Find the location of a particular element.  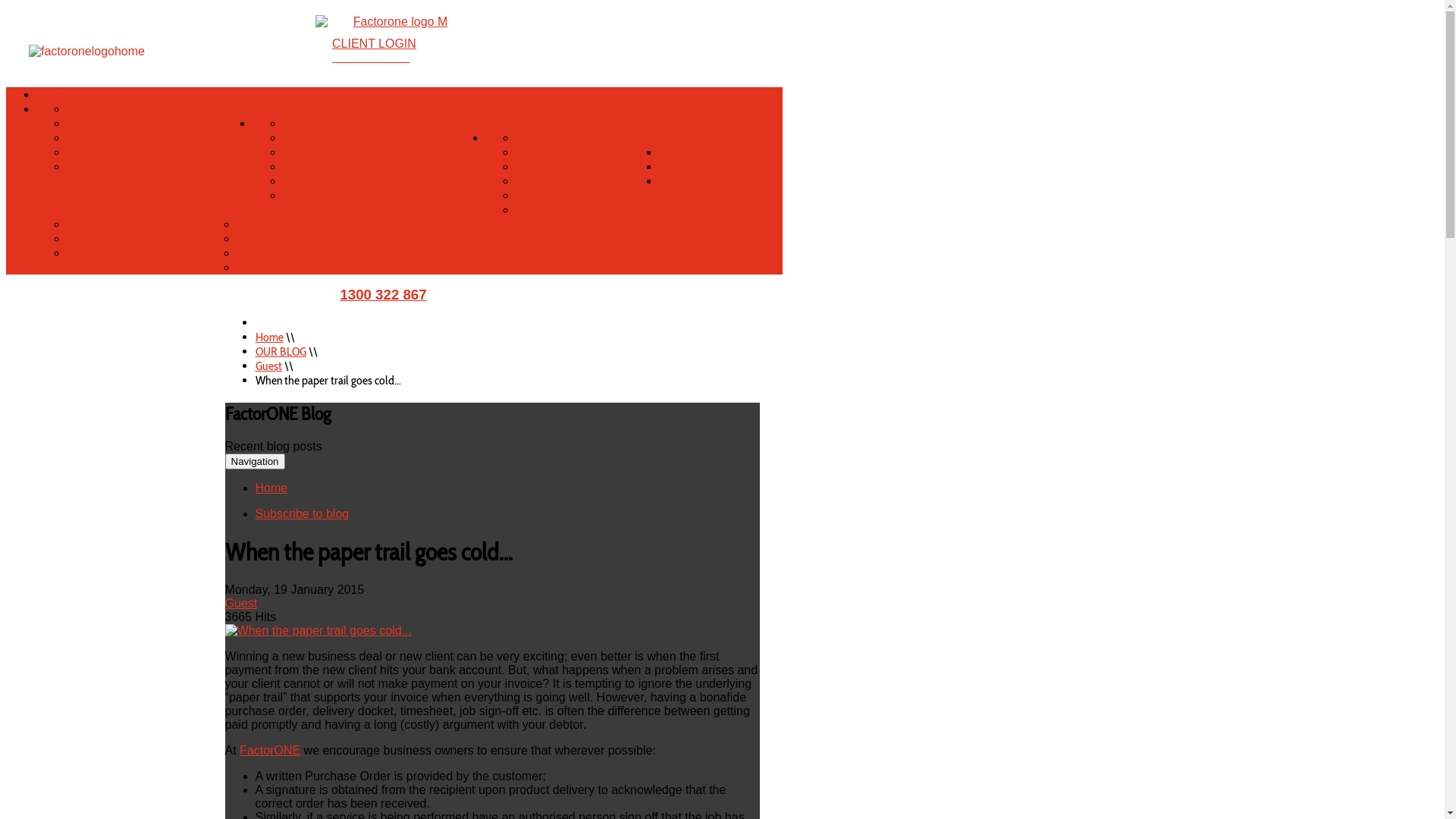

'Navigation' is located at coordinates (255, 460).